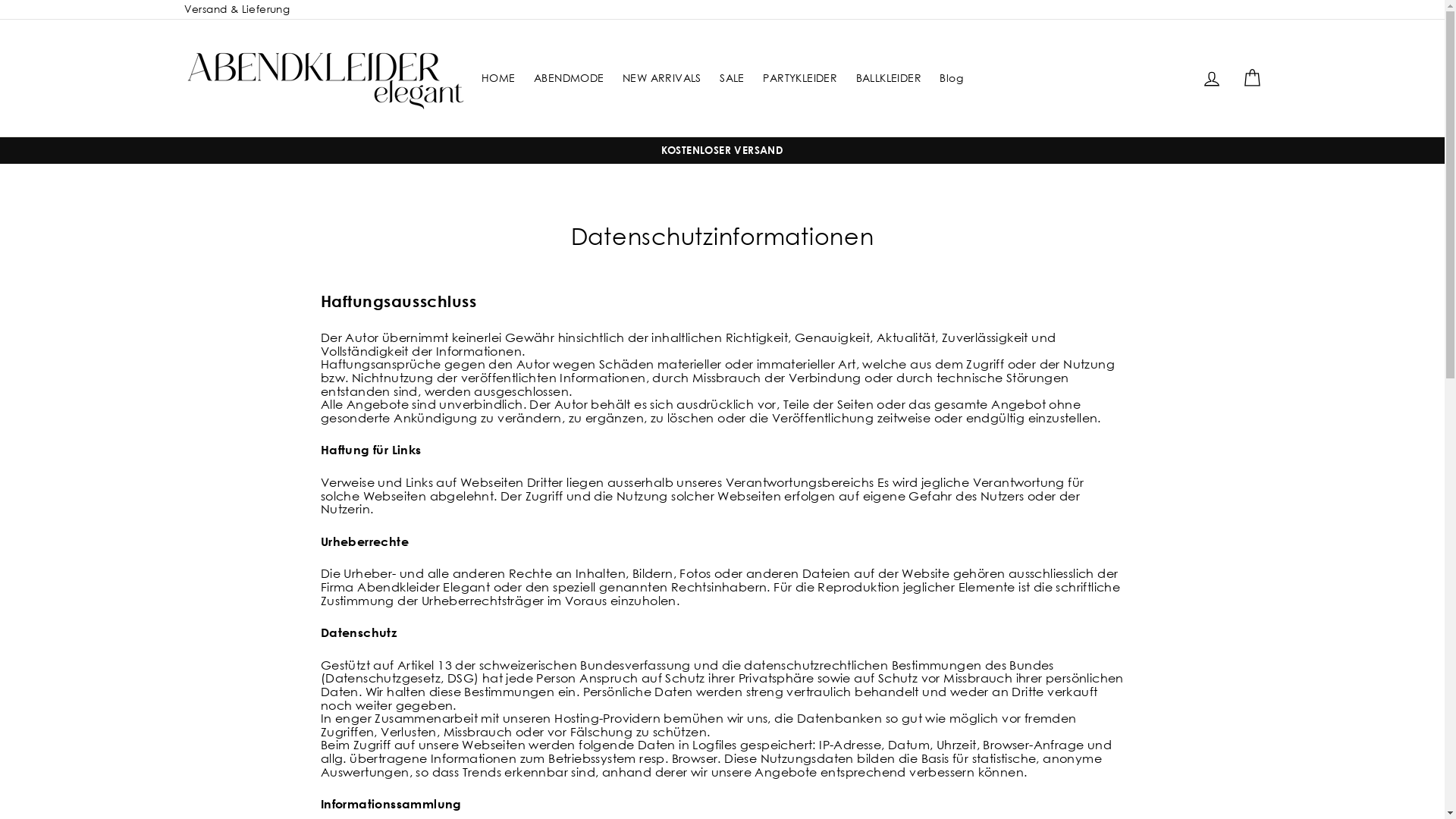 Image resolution: width=1456 pixels, height=819 pixels. Describe the element at coordinates (755, 78) in the screenshot. I see `'PARTYKLEIDER'` at that location.